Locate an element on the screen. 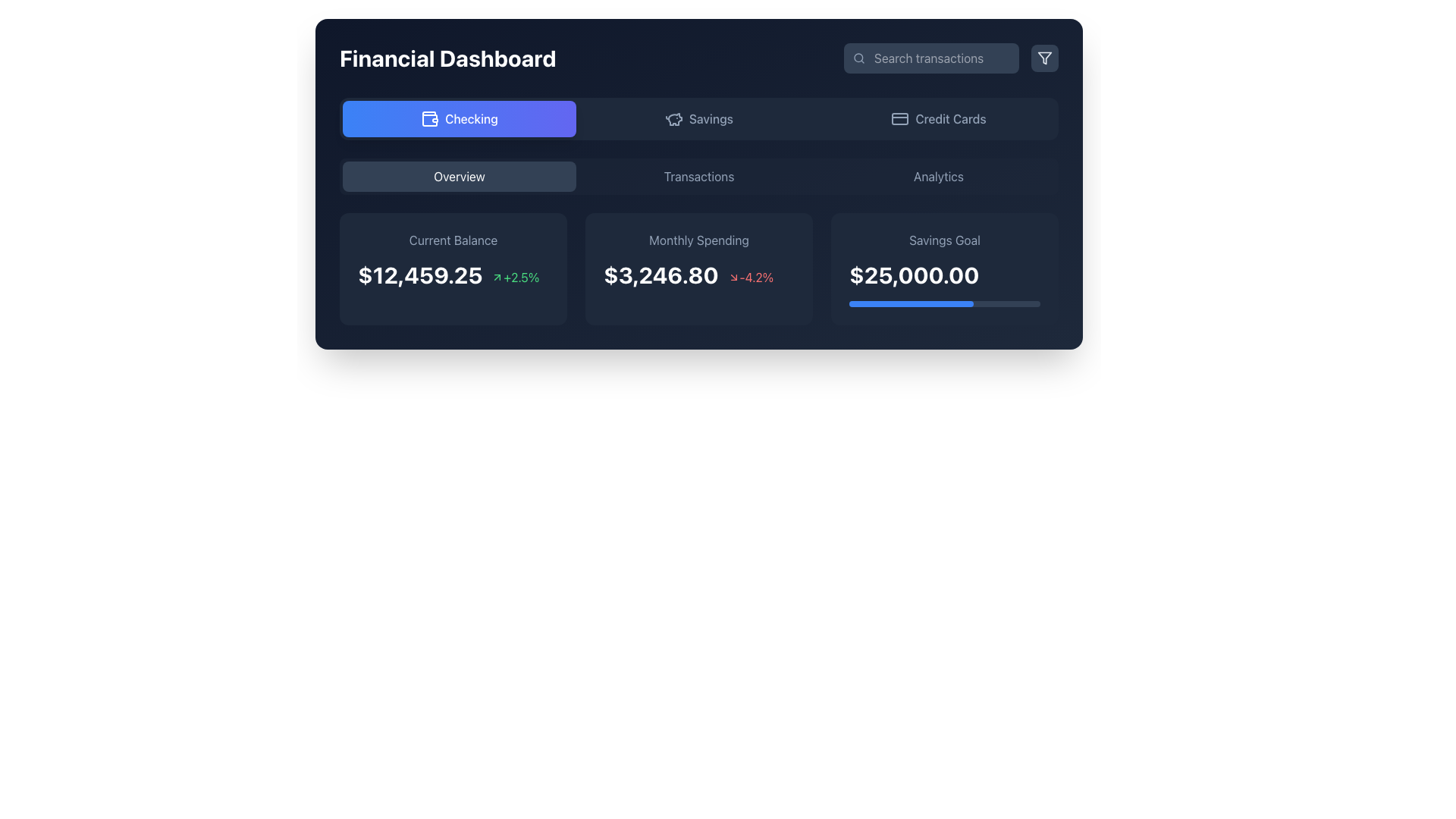 This screenshot has width=1456, height=819. the 'Analytics' text link in the horizontal navigation menu is located at coordinates (938, 175).